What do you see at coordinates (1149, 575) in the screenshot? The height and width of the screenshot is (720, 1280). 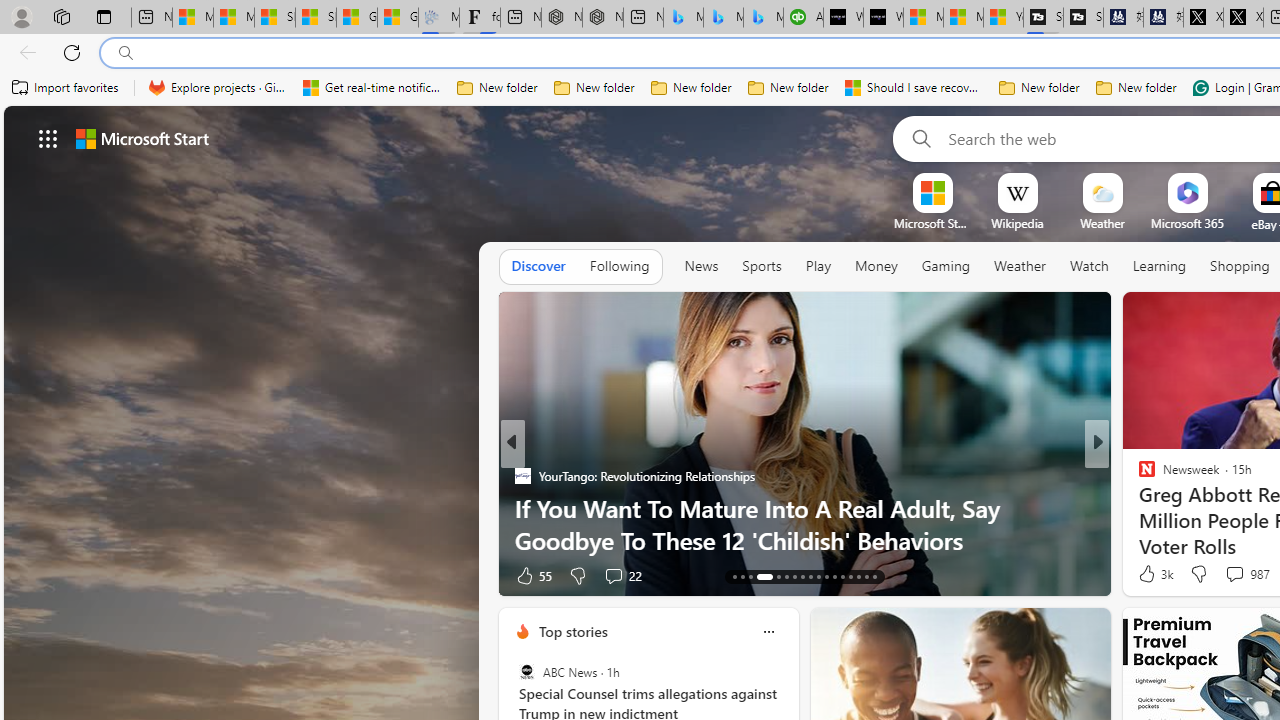 I see `'69 Like'` at bounding box center [1149, 575].